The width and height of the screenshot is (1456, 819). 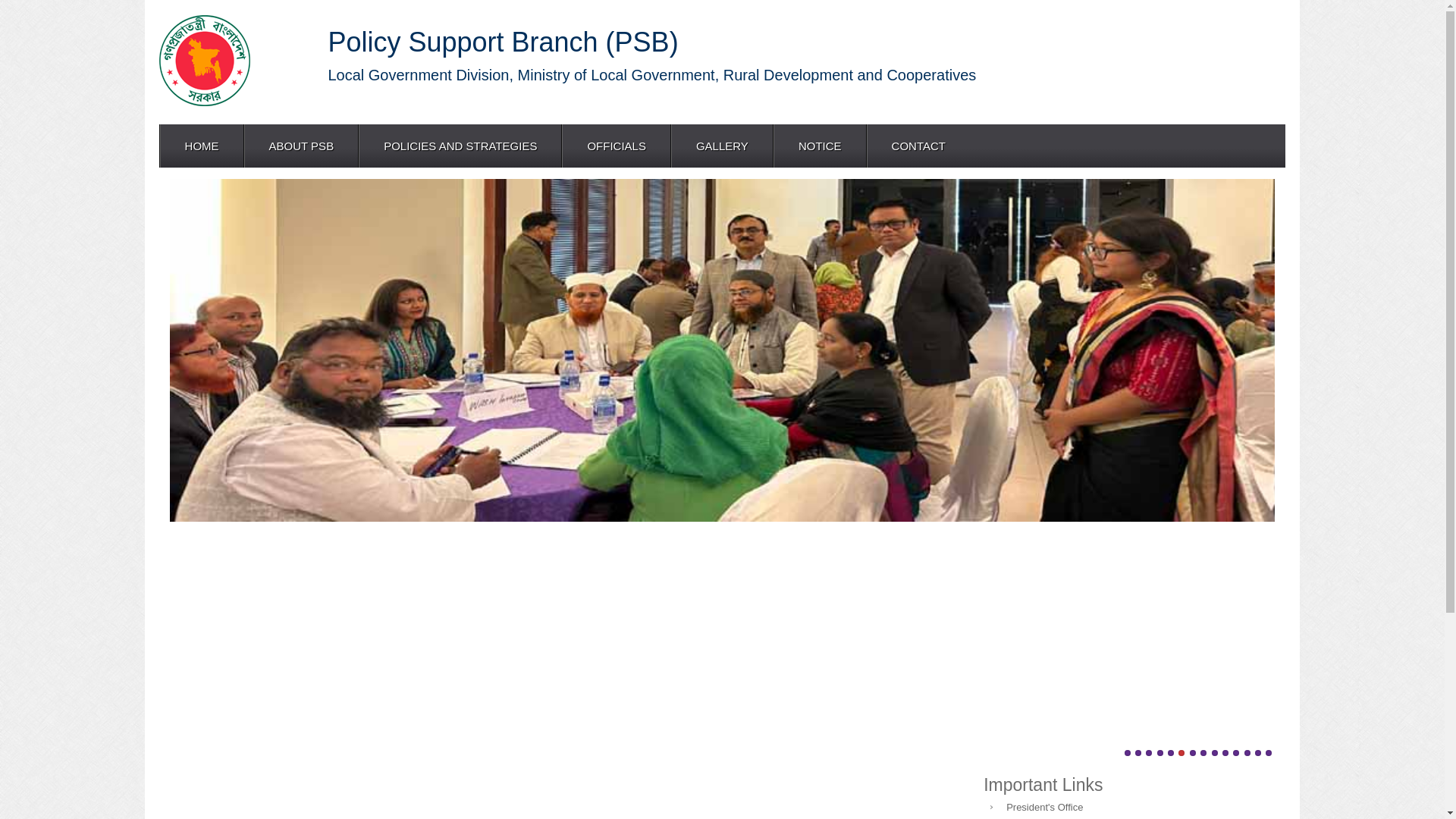 What do you see at coordinates (917, 146) in the screenshot?
I see `'CONTACT'` at bounding box center [917, 146].